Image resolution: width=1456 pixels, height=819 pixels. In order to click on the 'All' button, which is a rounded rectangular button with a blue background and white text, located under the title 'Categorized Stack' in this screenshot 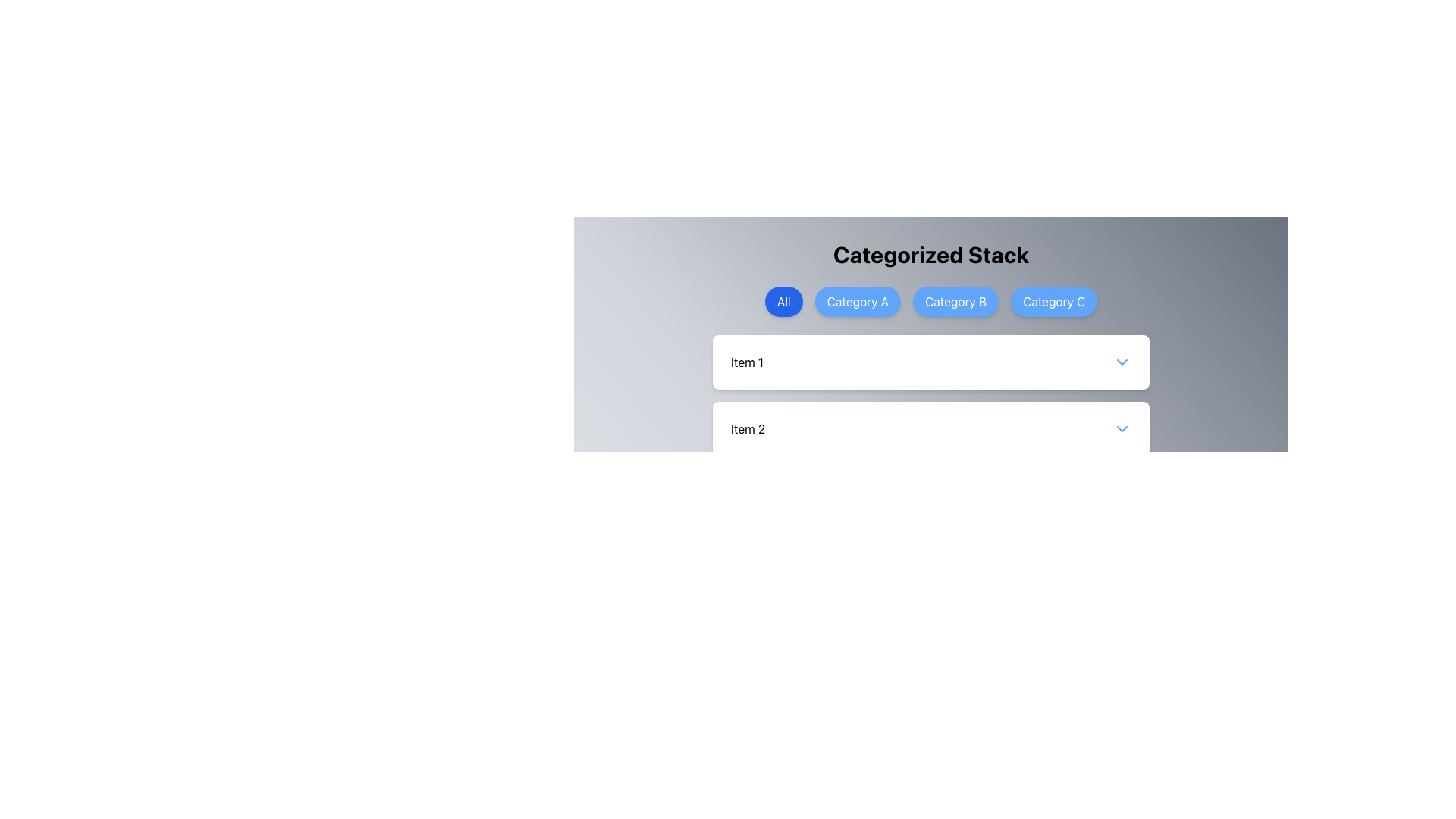, I will do `click(783, 301)`.